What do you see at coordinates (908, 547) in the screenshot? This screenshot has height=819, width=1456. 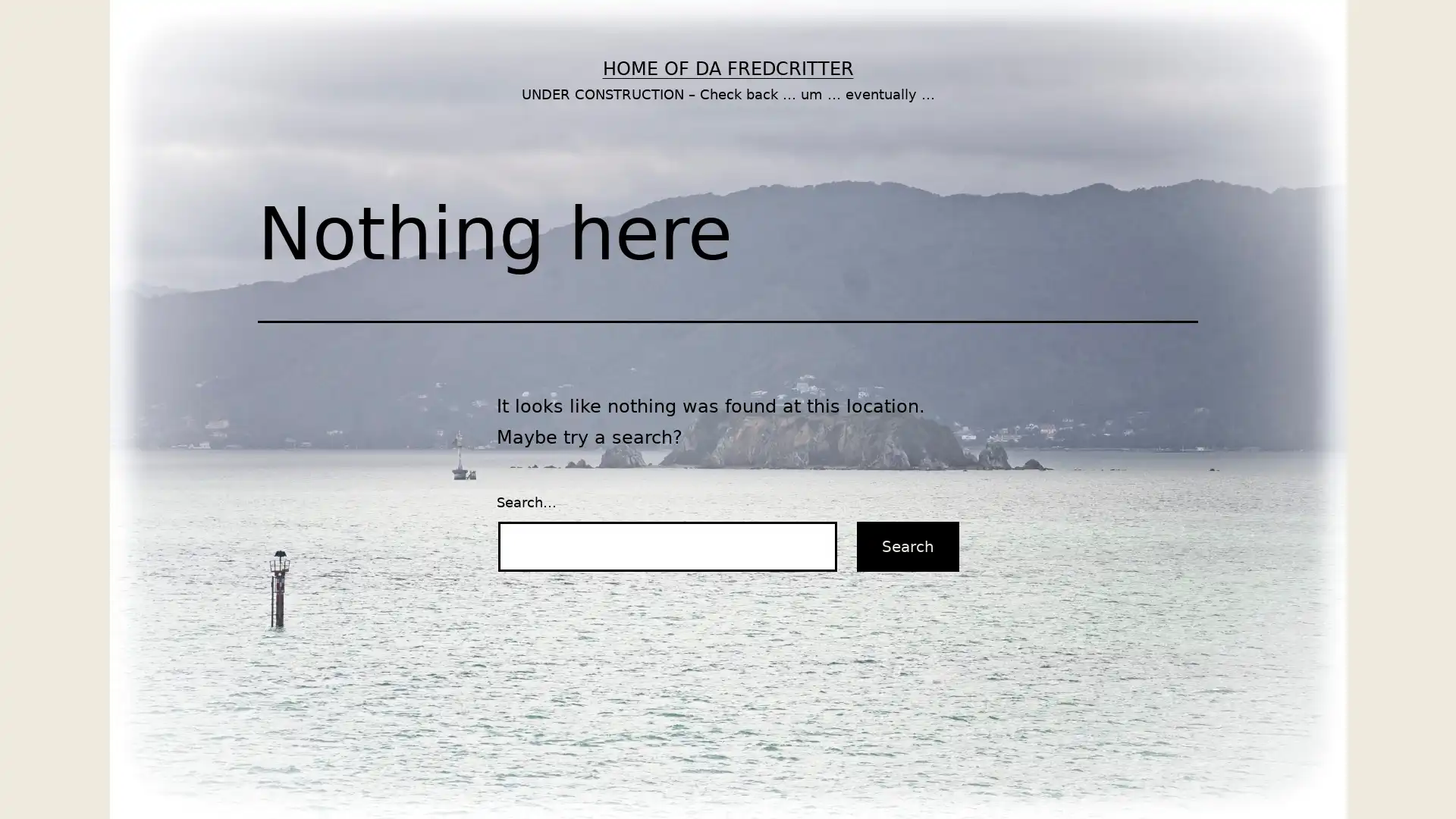 I see `Search` at bounding box center [908, 547].